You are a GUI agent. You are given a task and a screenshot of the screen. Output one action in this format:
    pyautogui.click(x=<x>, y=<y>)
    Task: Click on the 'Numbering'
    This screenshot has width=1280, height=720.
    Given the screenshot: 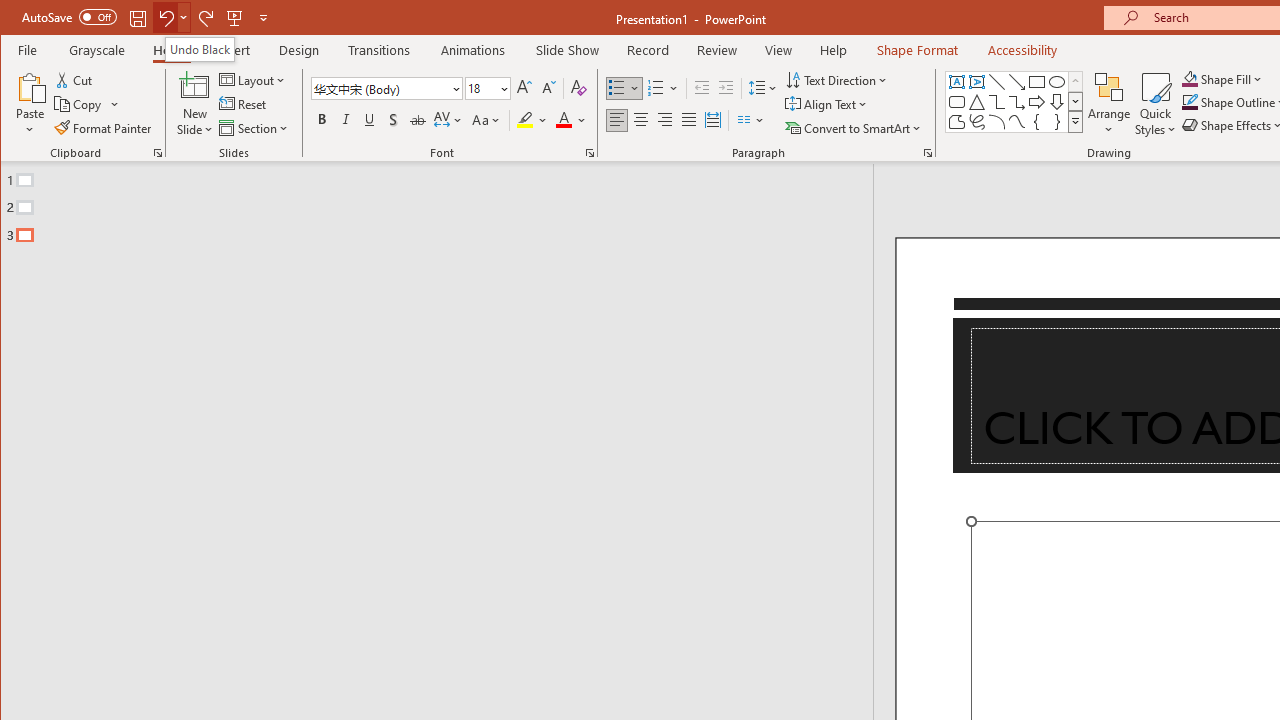 What is the action you would take?
    pyautogui.click(x=656, y=87)
    